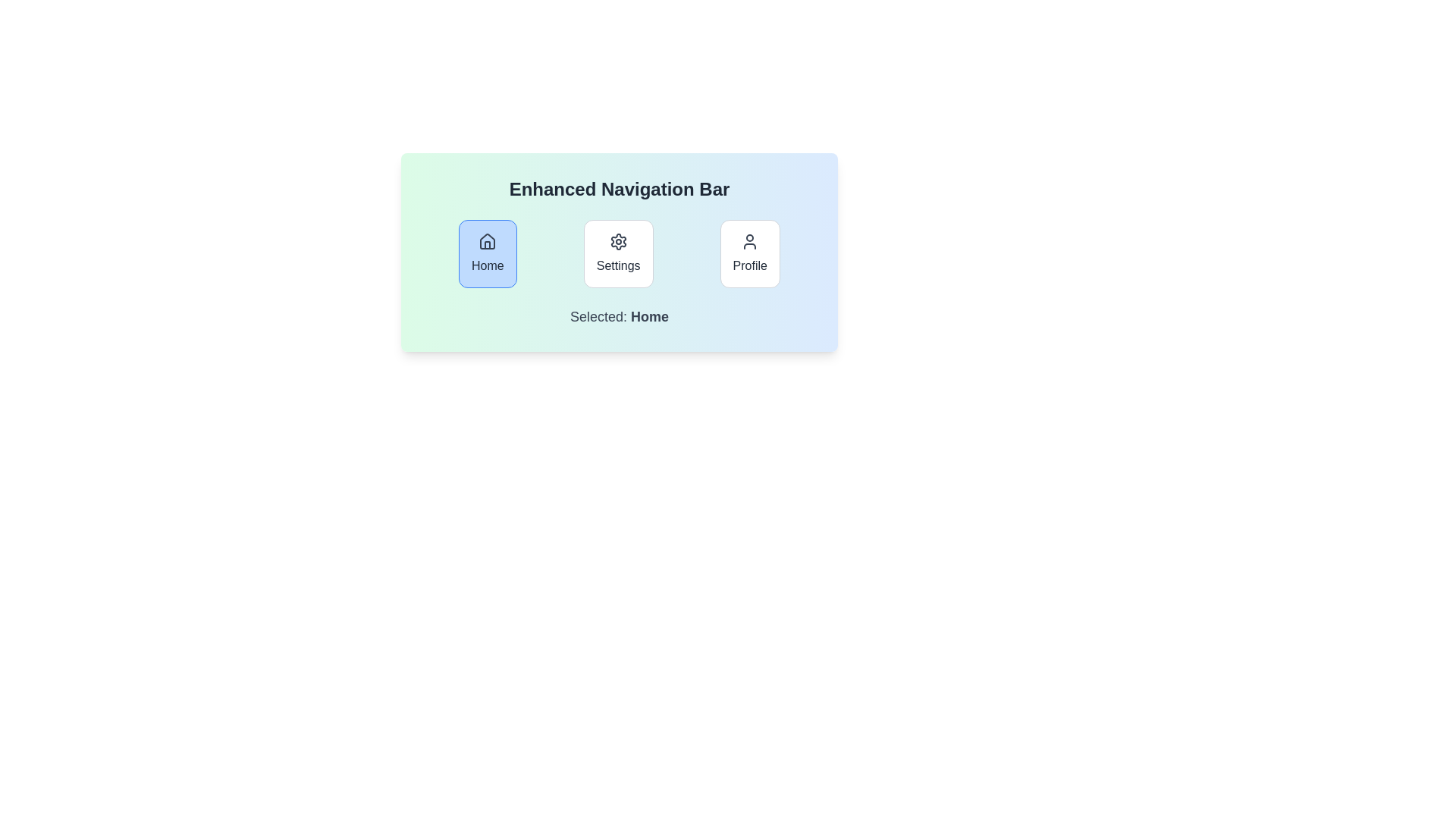 The width and height of the screenshot is (1456, 819). Describe the element at coordinates (488, 240) in the screenshot. I see `the 'Home' SVG icon in the navigation bar, which guides users back to the main interface or dashboard` at that location.